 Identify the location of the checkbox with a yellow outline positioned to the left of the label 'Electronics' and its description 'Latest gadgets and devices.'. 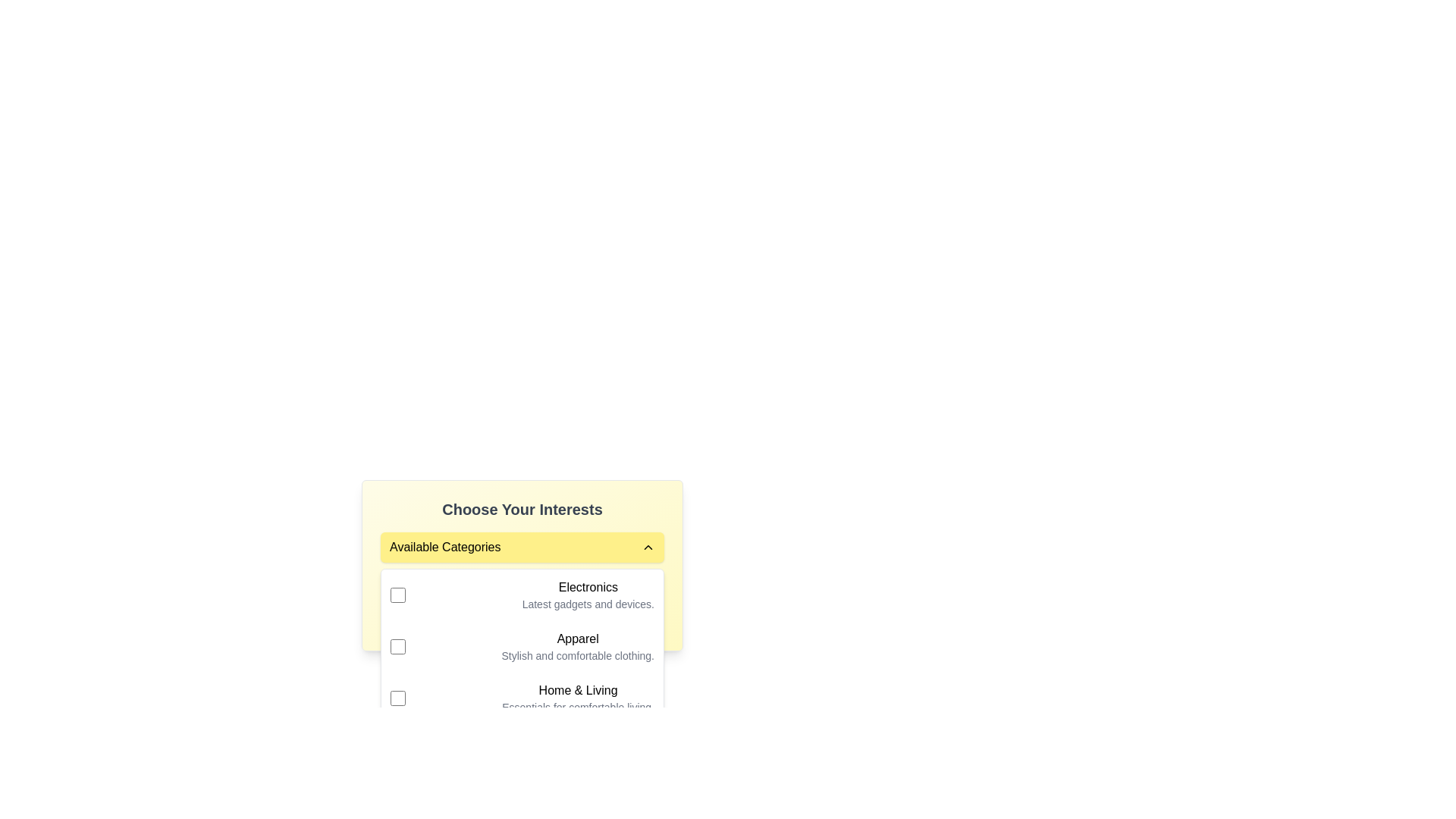
(397, 595).